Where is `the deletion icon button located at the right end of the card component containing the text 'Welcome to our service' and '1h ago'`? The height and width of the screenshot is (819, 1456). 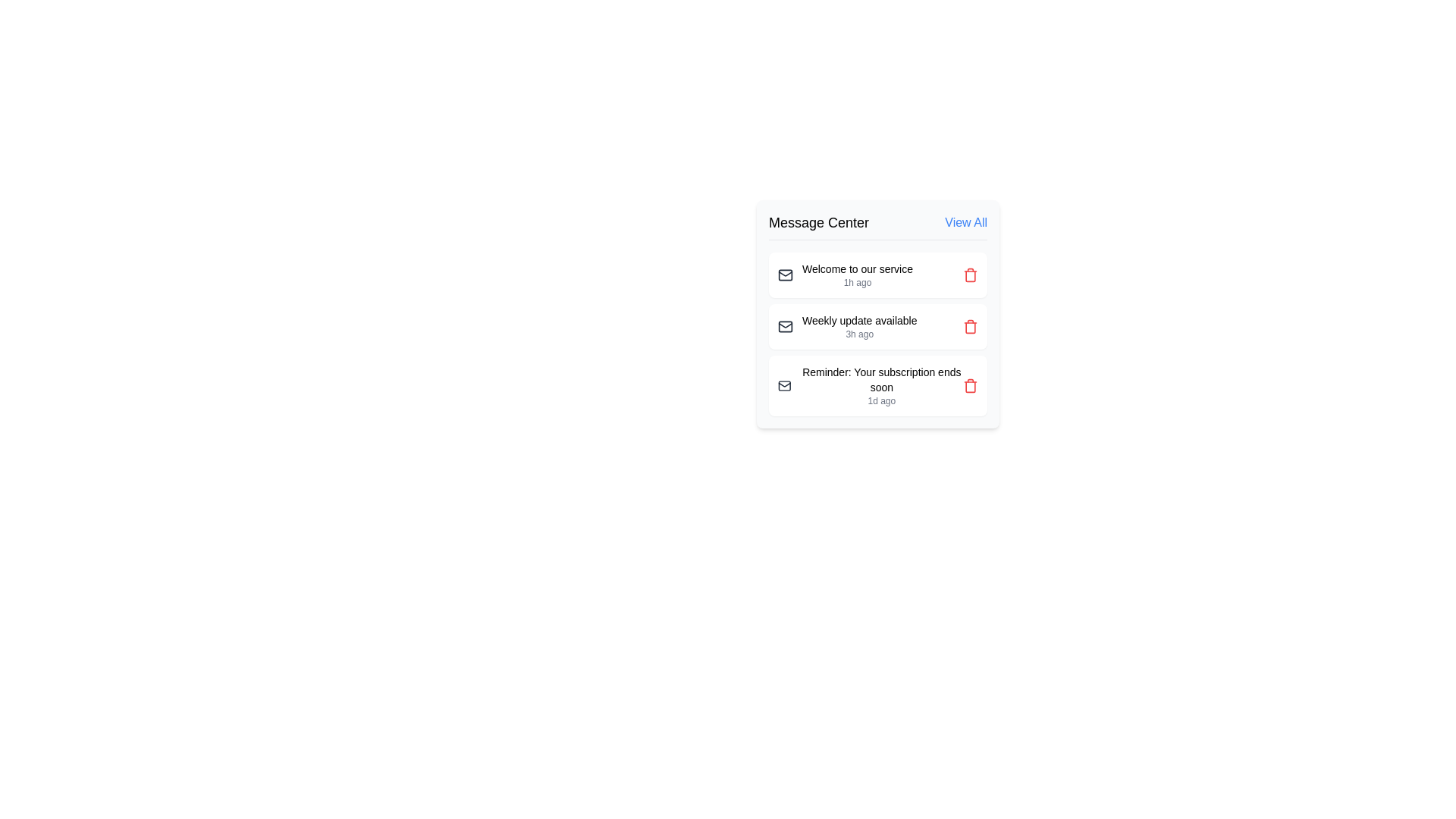
the deletion icon button located at the right end of the card component containing the text 'Welcome to our service' and '1h ago' is located at coordinates (971, 275).